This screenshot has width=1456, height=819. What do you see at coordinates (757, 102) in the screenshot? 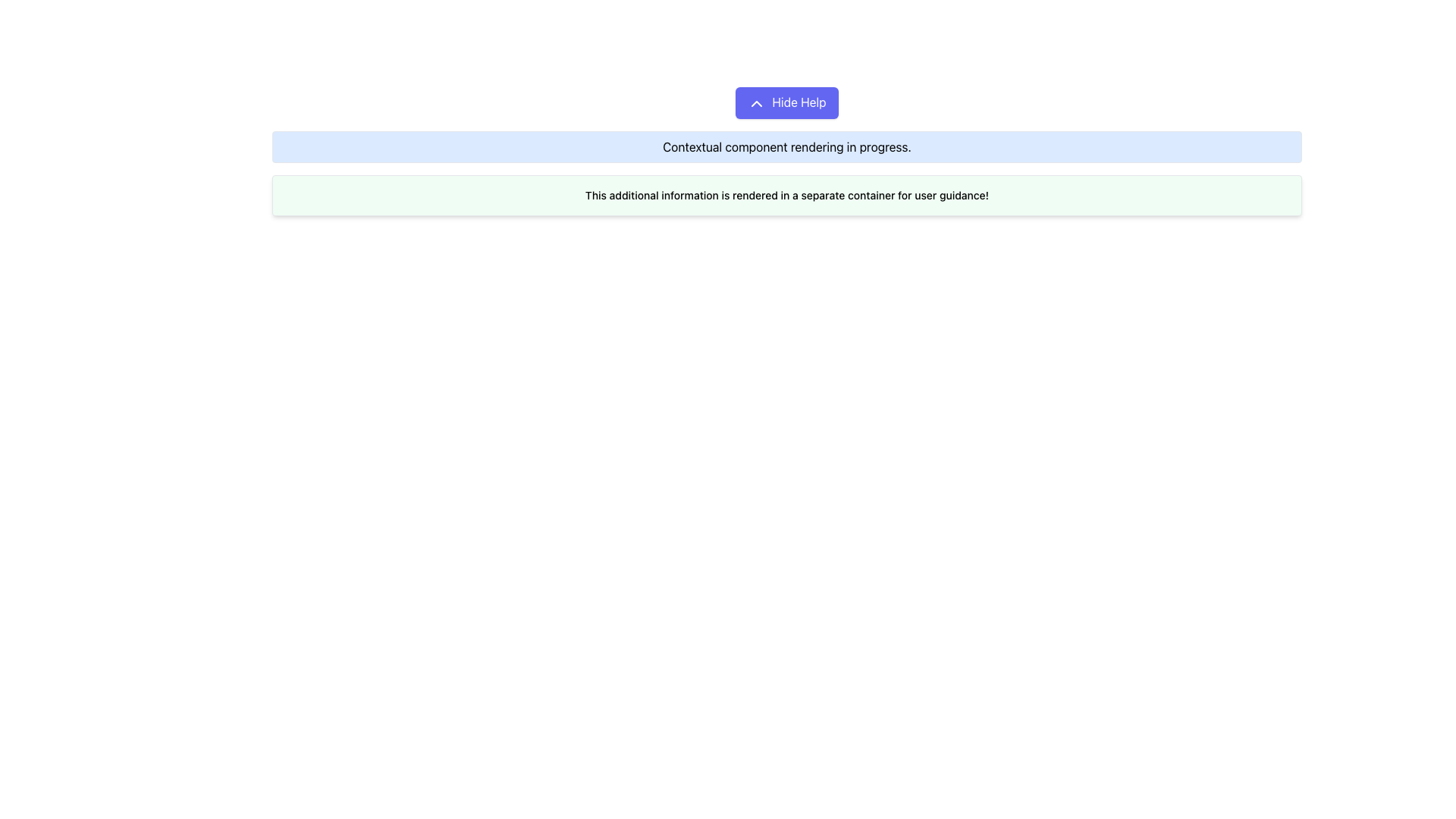
I see `the small chevron-shaped icon resembling an upward arrow located within the blue button labeled 'Hide Help.'` at bounding box center [757, 102].